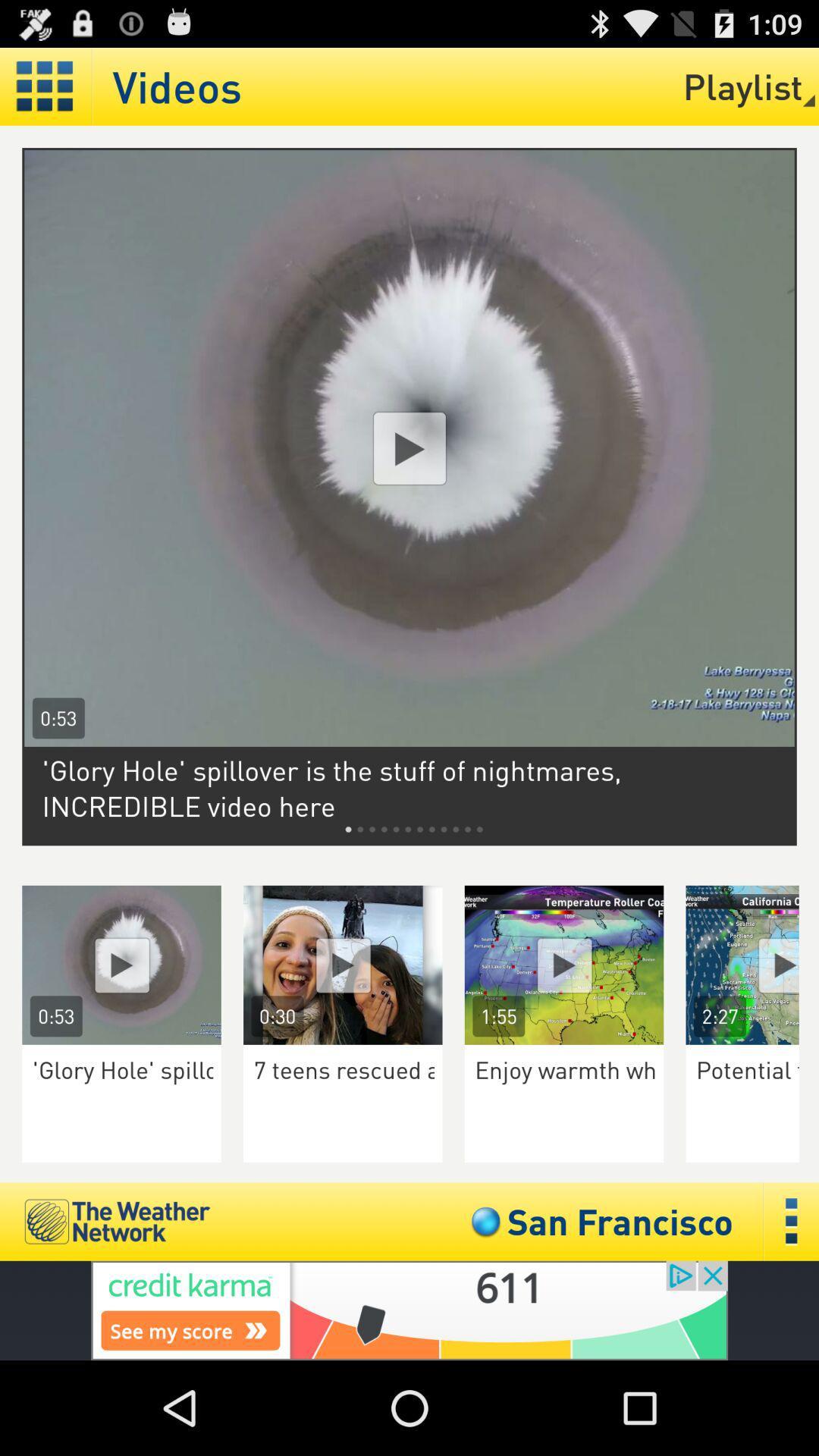  Describe the element at coordinates (791, 1307) in the screenshot. I see `the more icon` at that location.